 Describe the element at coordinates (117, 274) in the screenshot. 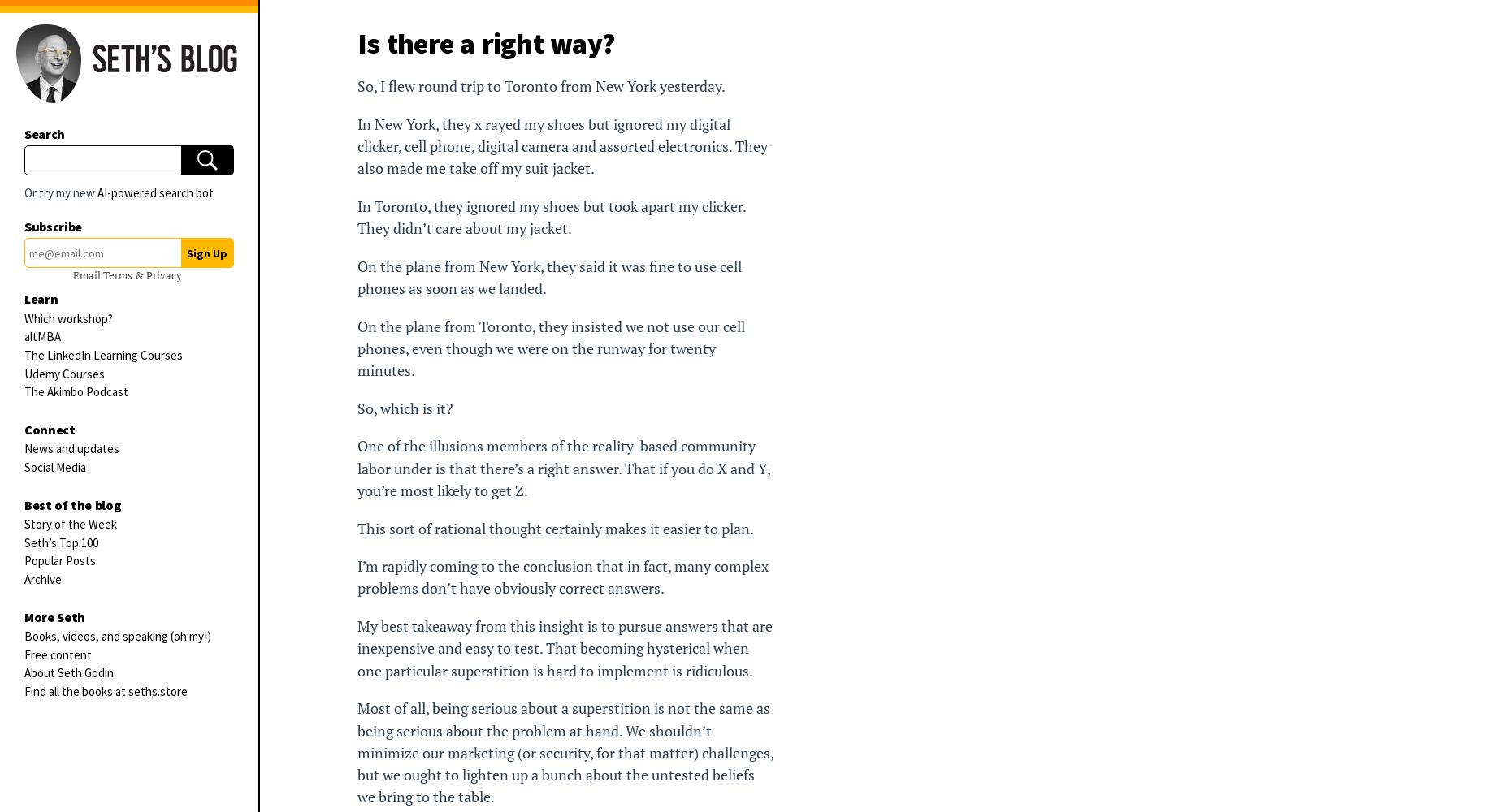

I see `'Terms'` at that location.